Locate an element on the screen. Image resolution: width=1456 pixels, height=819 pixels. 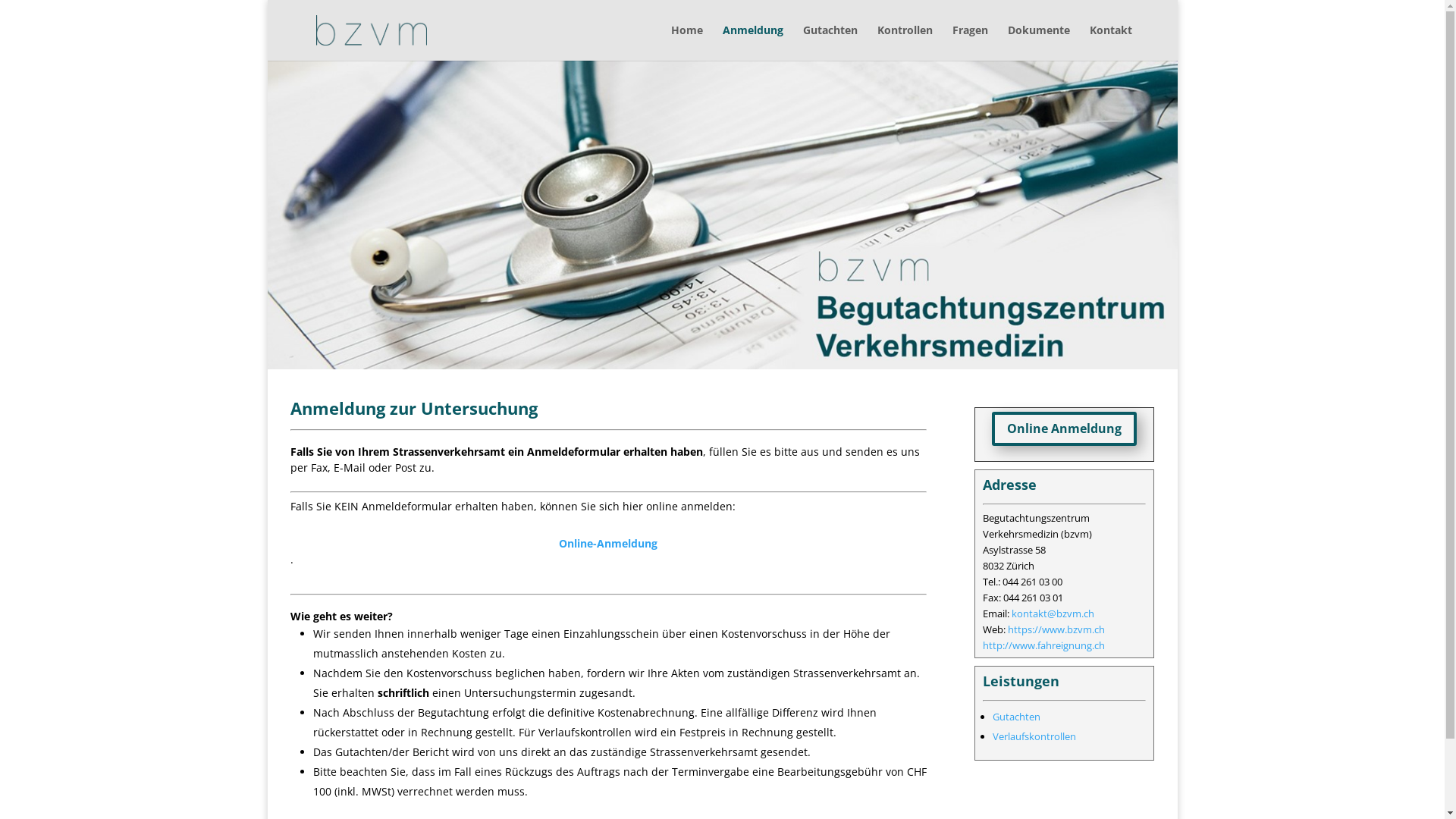
'Gutachten' is located at coordinates (801, 42).